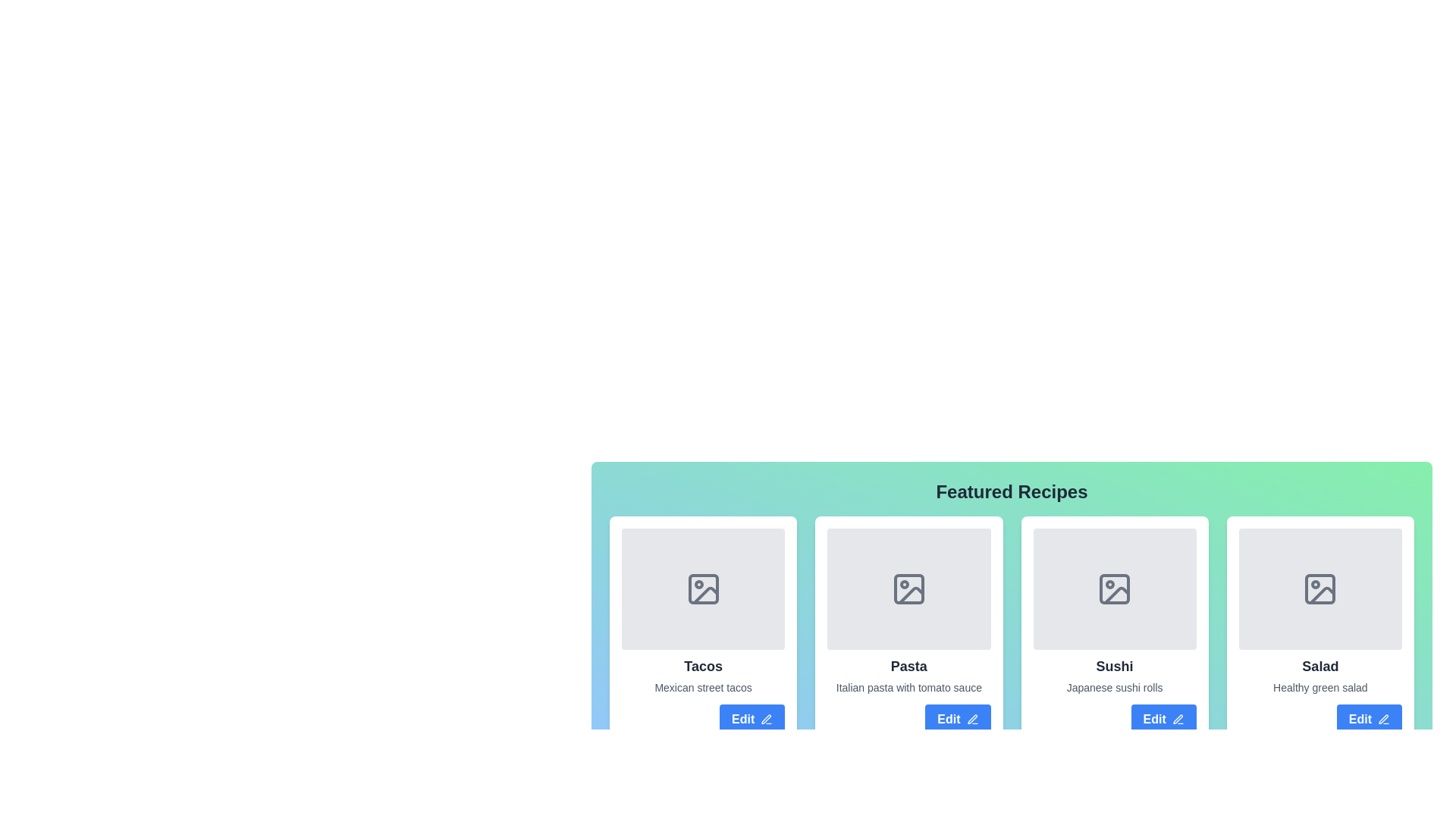 Image resolution: width=1456 pixels, height=819 pixels. I want to click on the icon placeholder for an image located inside the 'Pasta' card, so click(908, 588).